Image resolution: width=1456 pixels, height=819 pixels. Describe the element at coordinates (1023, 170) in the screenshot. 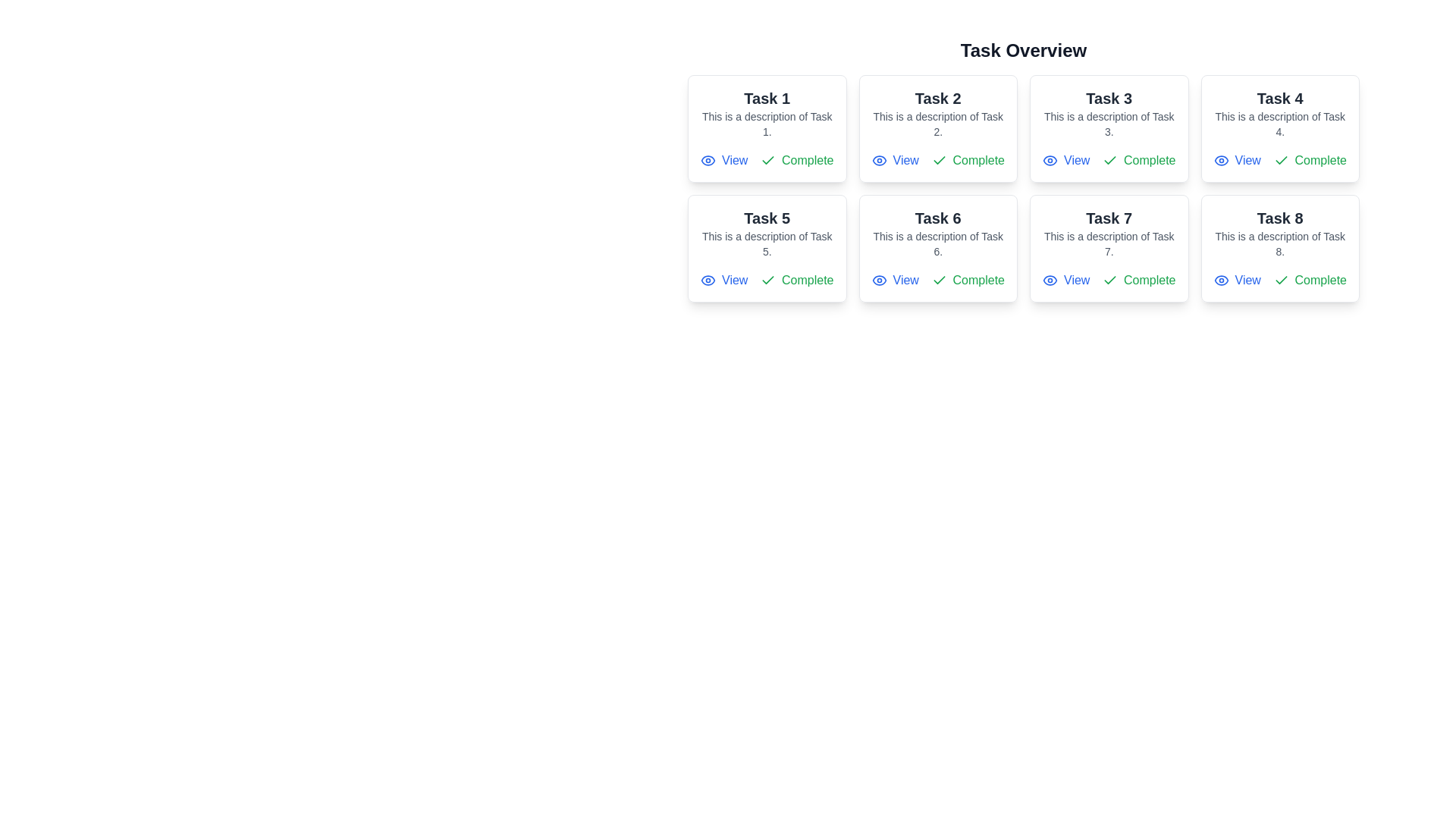

I see `the 'View' or 'Complete' buttons within the task cards located in the section titled 'Task Overview', which is centrally positioned in a grid layout` at that location.